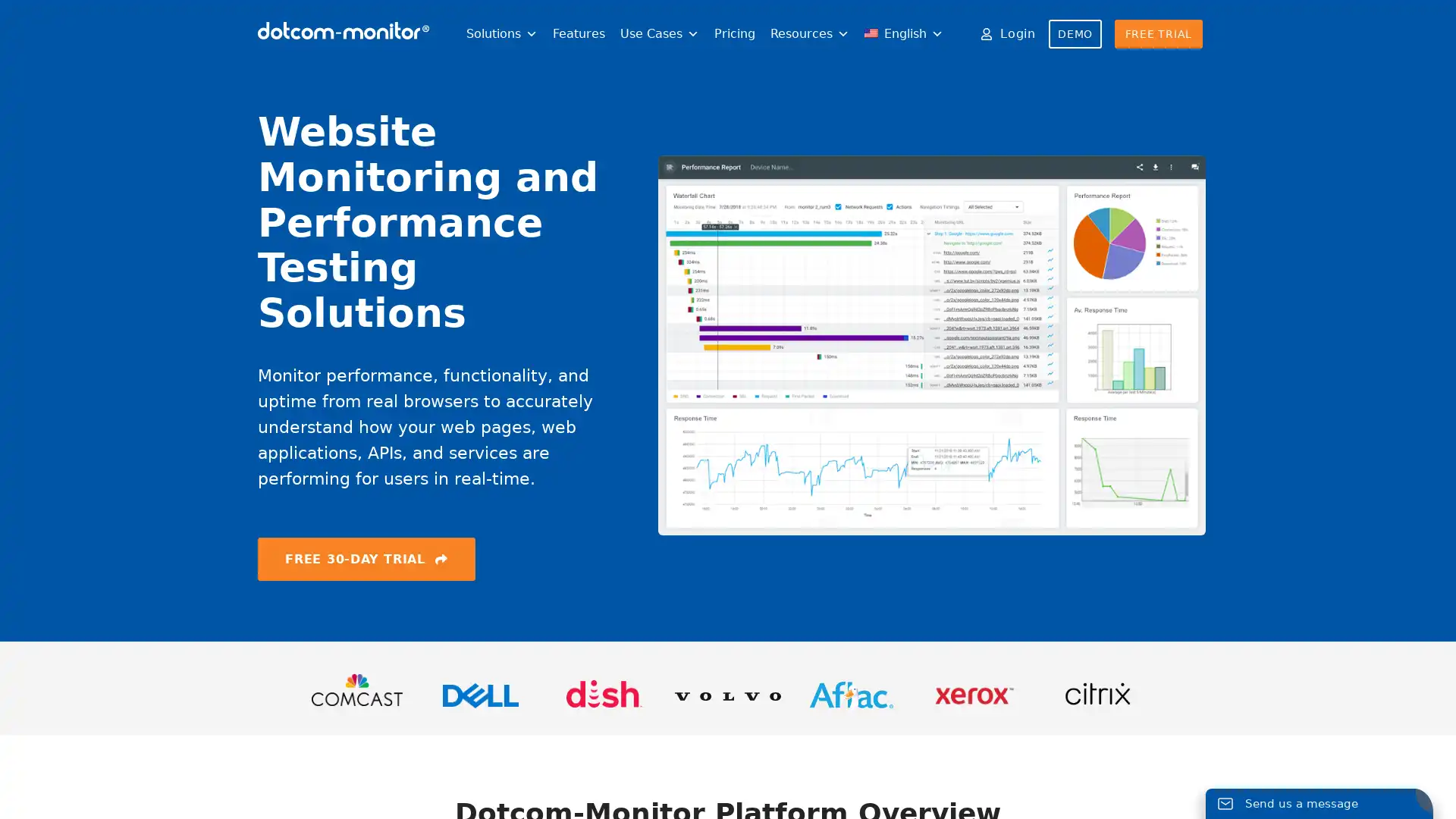 The height and width of the screenshot is (819, 1456). What do you see at coordinates (1074, 34) in the screenshot?
I see `DEMO` at bounding box center [1074, 34].